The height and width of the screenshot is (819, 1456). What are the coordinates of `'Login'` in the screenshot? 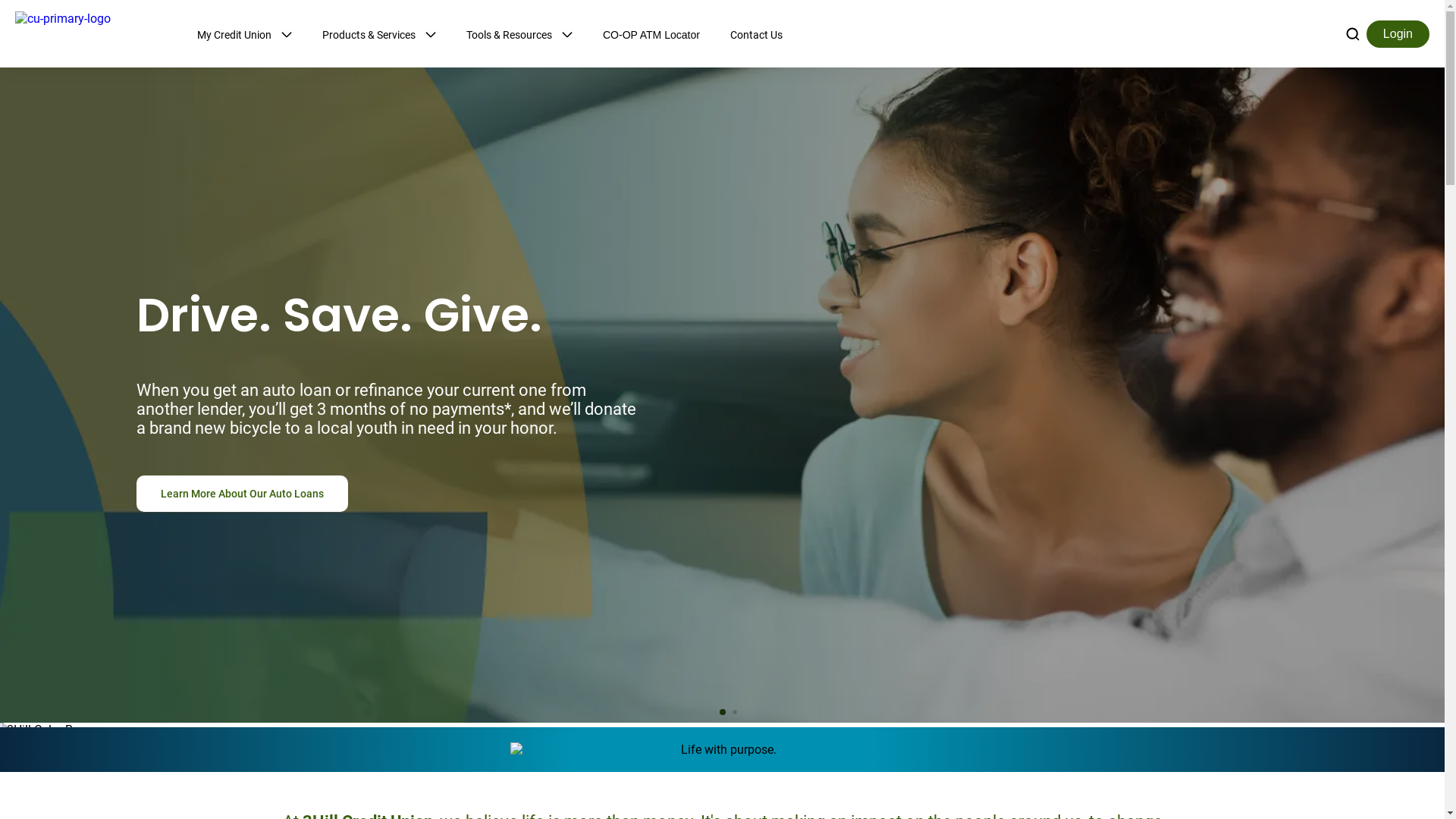 It's located at (1397, 33).